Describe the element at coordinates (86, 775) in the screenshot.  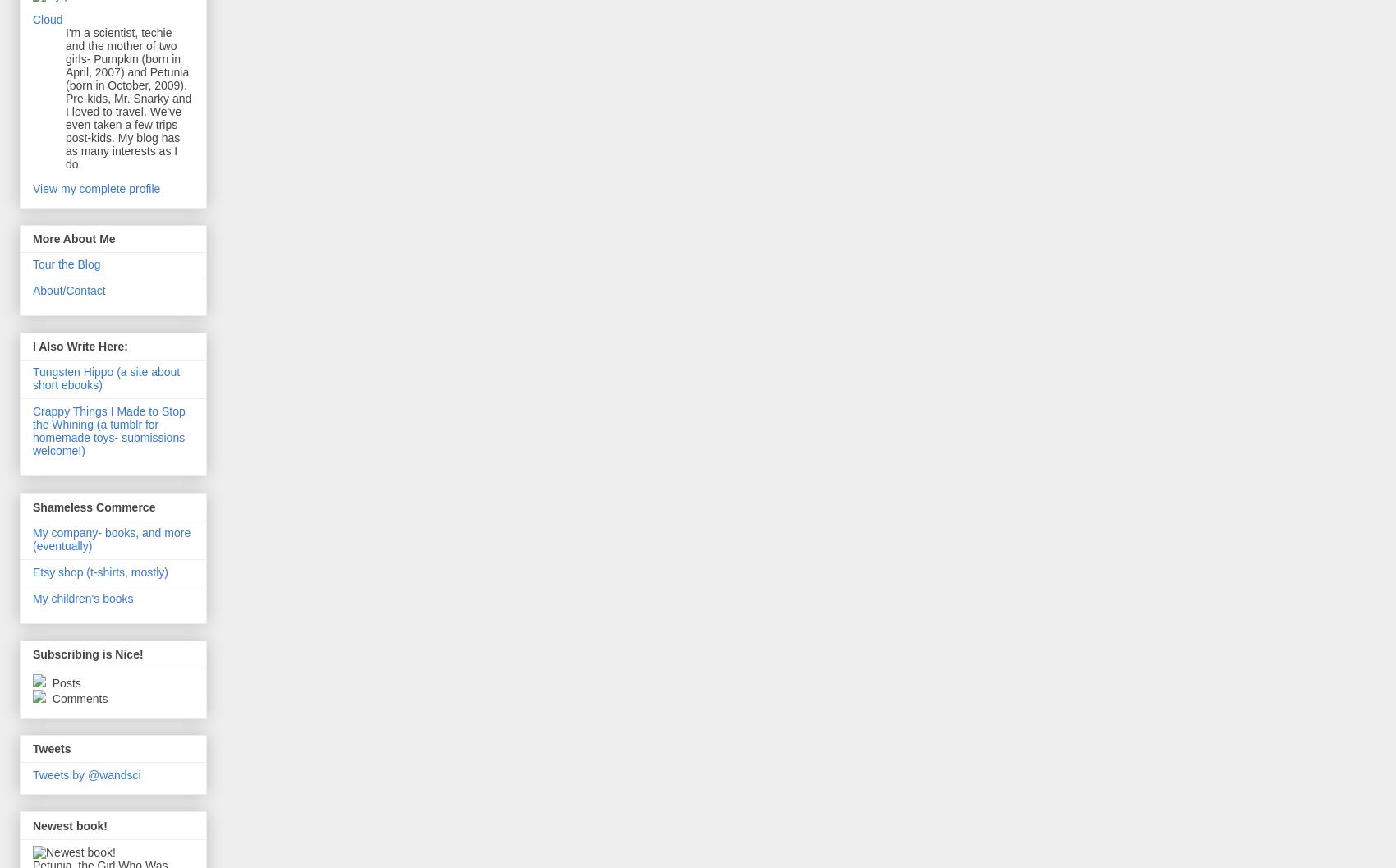
I see `'Tweets by @wandsci'` at that location.